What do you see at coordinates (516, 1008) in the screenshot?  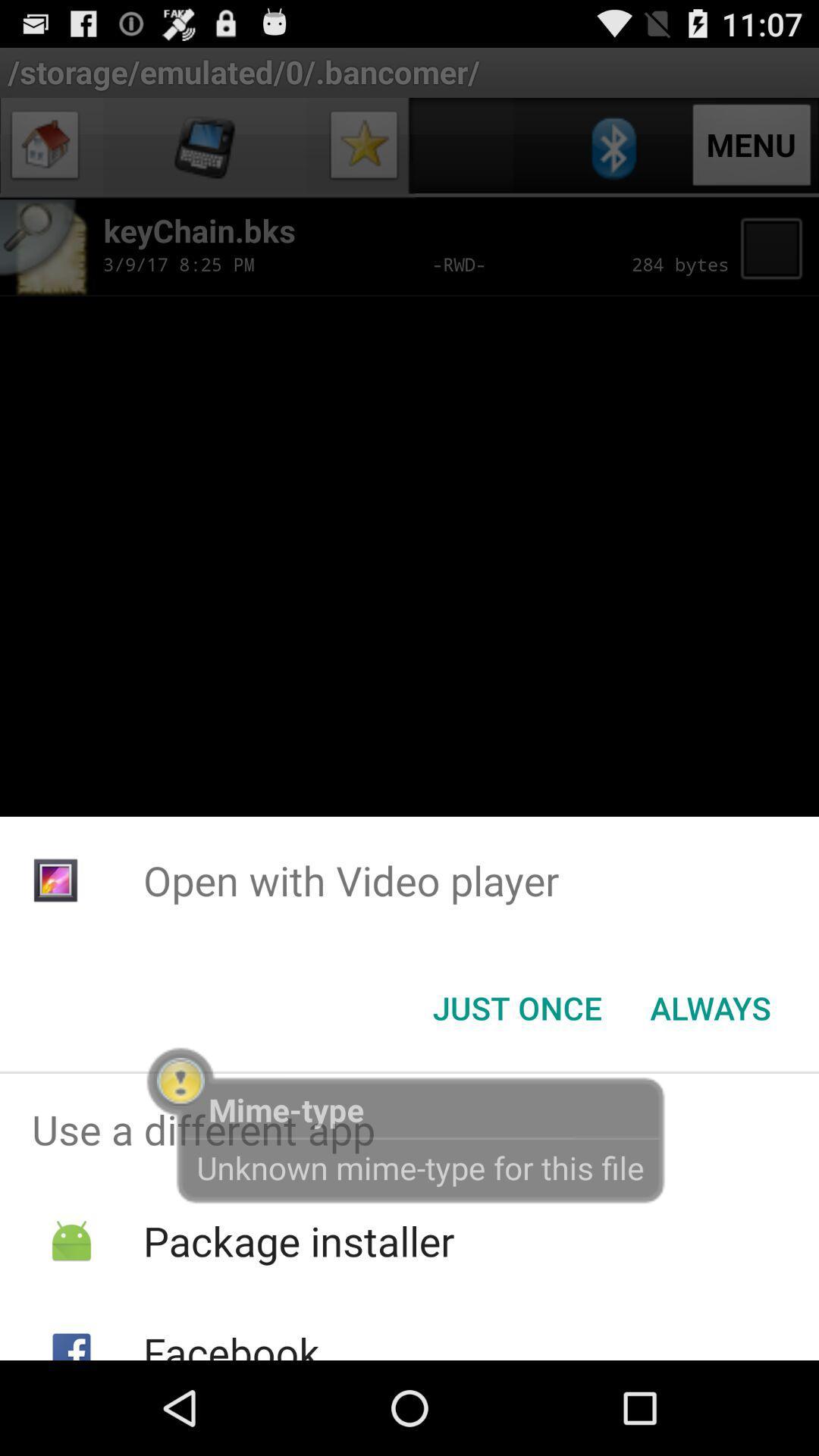 I see `just once` at bounding box center [516, 1008].